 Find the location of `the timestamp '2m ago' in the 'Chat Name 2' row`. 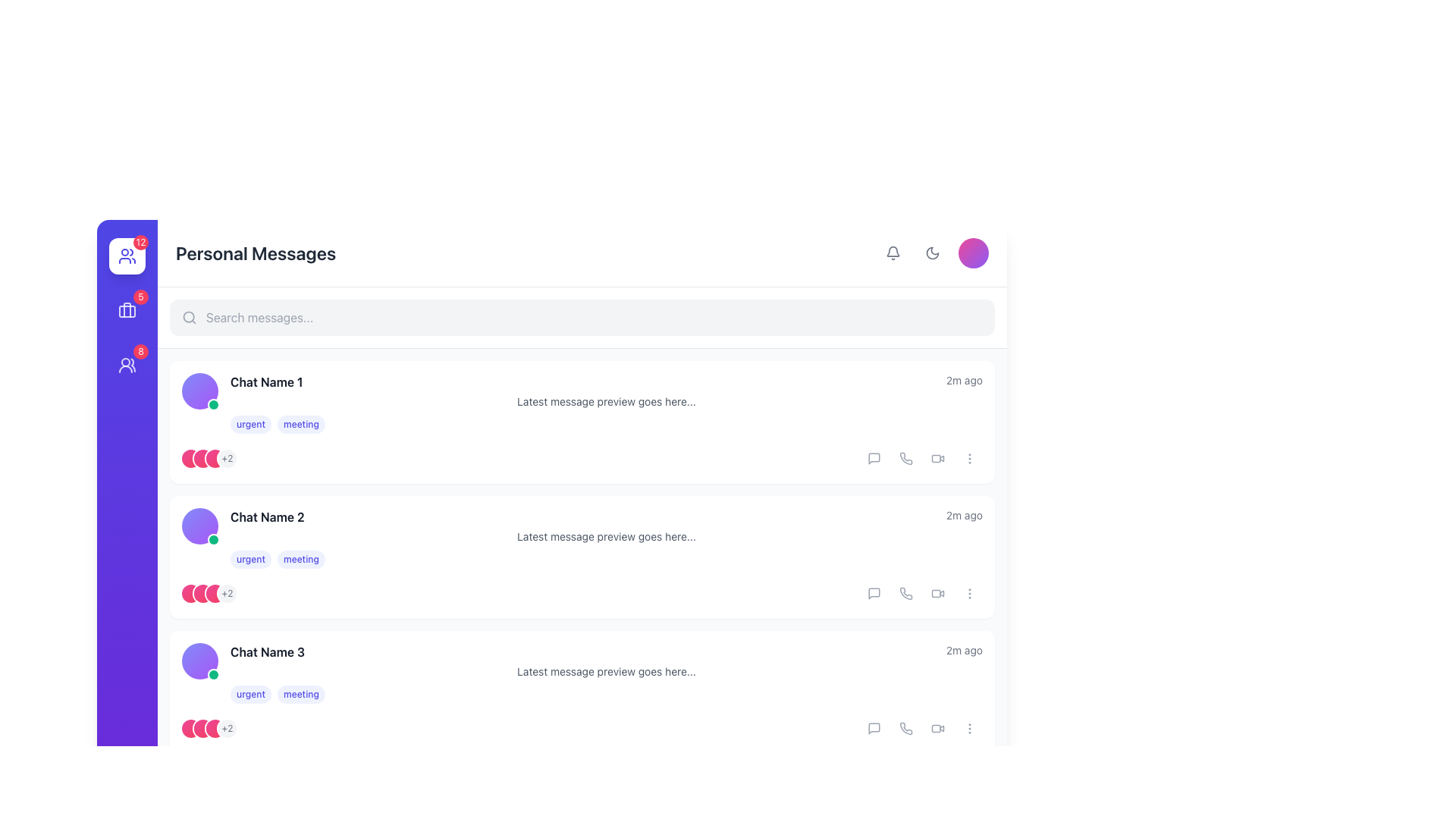

the timestamp '2m ago' in the 'Chat Name 2' row is located at coordinates (607, 516).